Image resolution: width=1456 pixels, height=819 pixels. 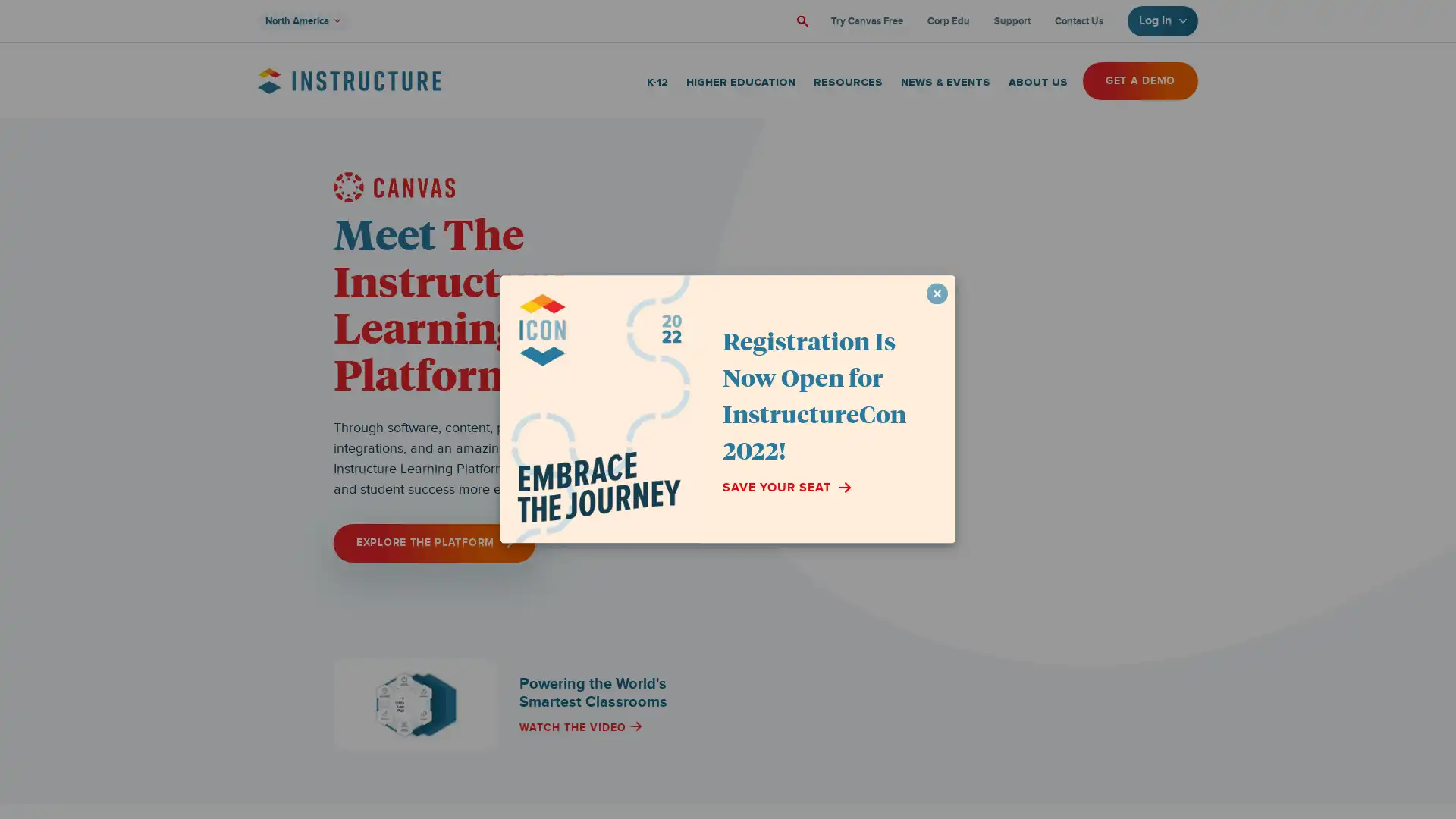 I want to click on I Accept, so click(x=154, y=719).